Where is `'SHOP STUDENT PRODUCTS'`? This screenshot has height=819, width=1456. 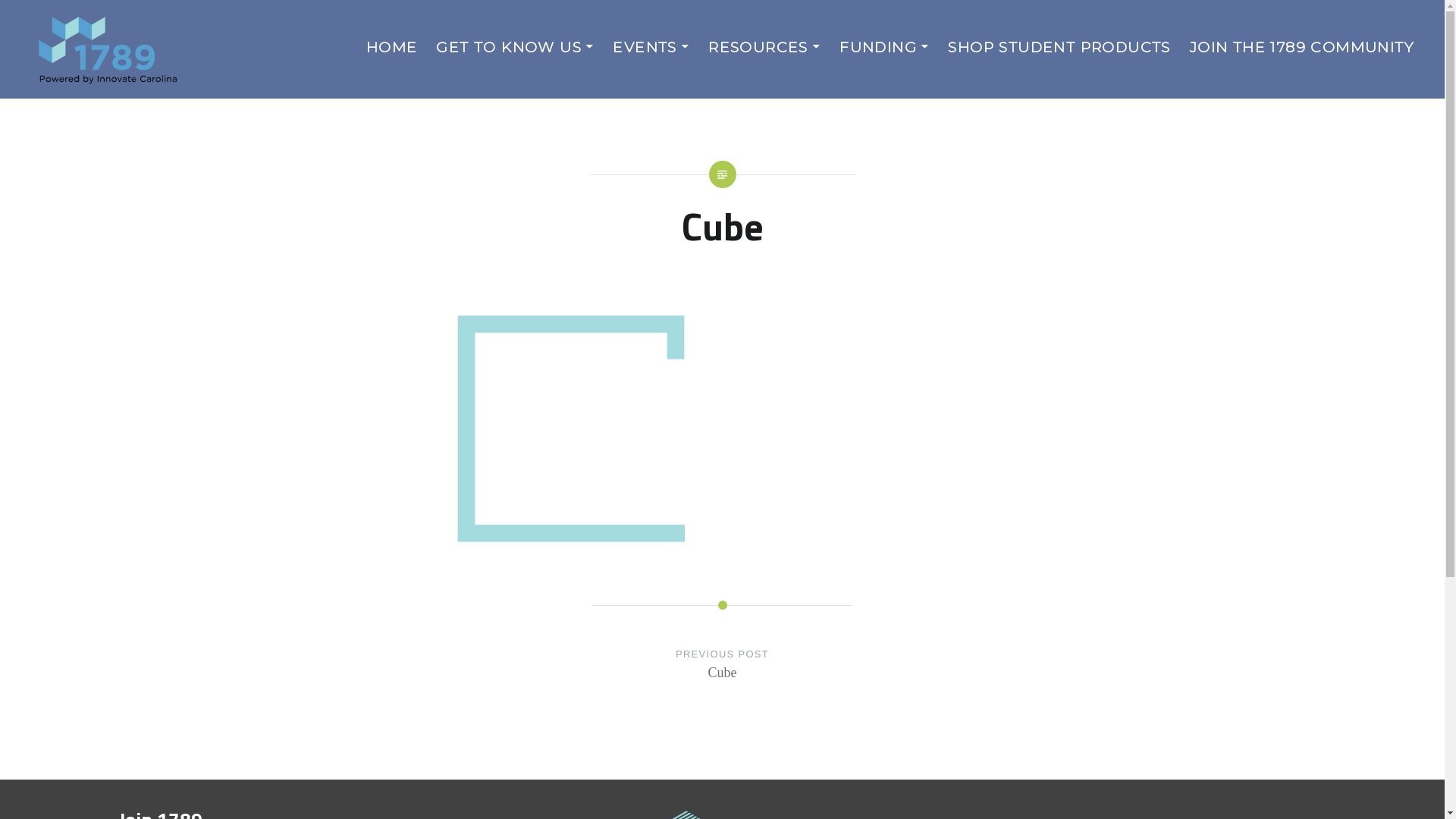
'SHOP STUDENT PRODUCTS' is located at coordinates (1058, 46).